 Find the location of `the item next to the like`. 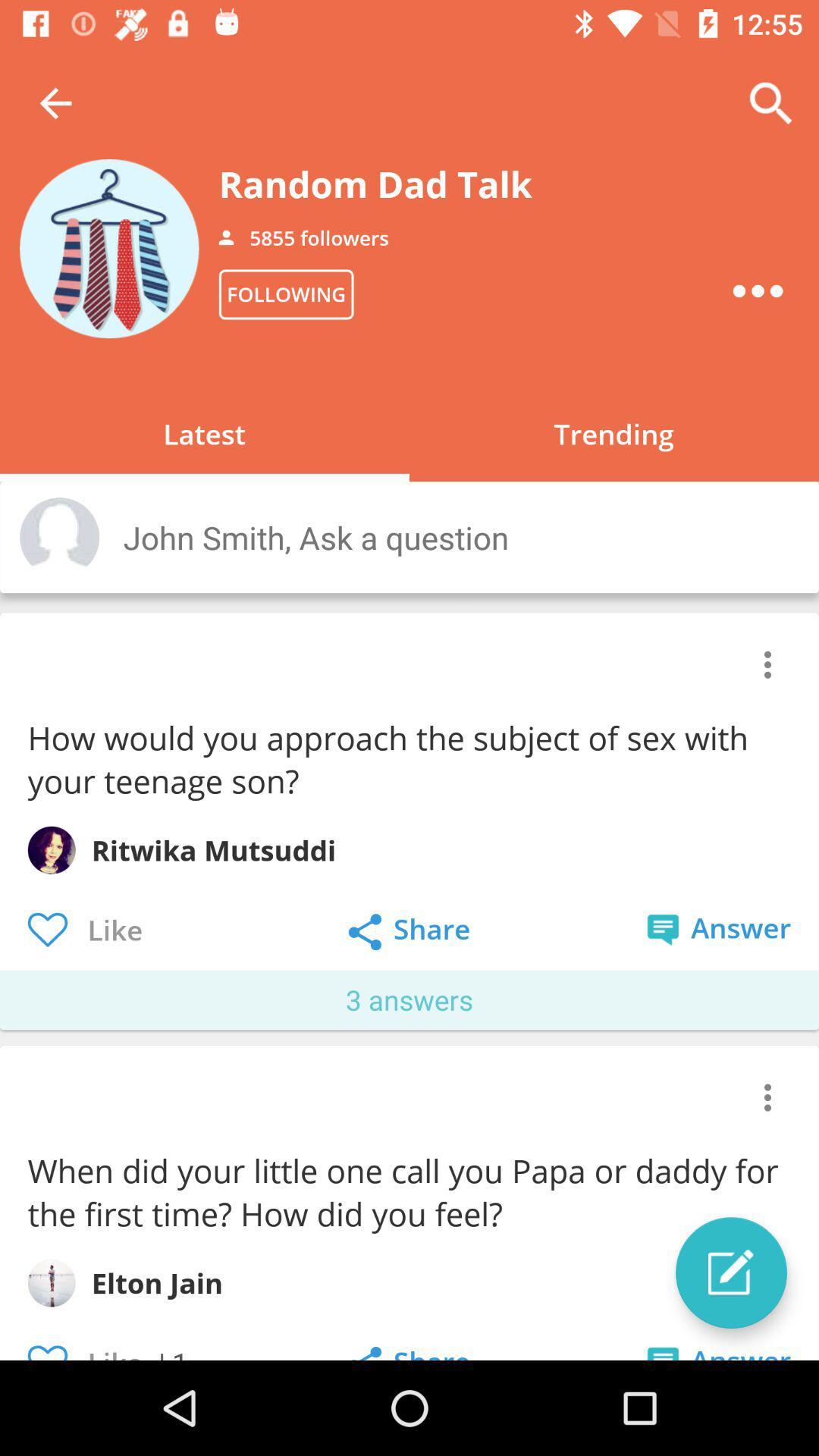

the item next to the like is located at coordinates (172, 1352).